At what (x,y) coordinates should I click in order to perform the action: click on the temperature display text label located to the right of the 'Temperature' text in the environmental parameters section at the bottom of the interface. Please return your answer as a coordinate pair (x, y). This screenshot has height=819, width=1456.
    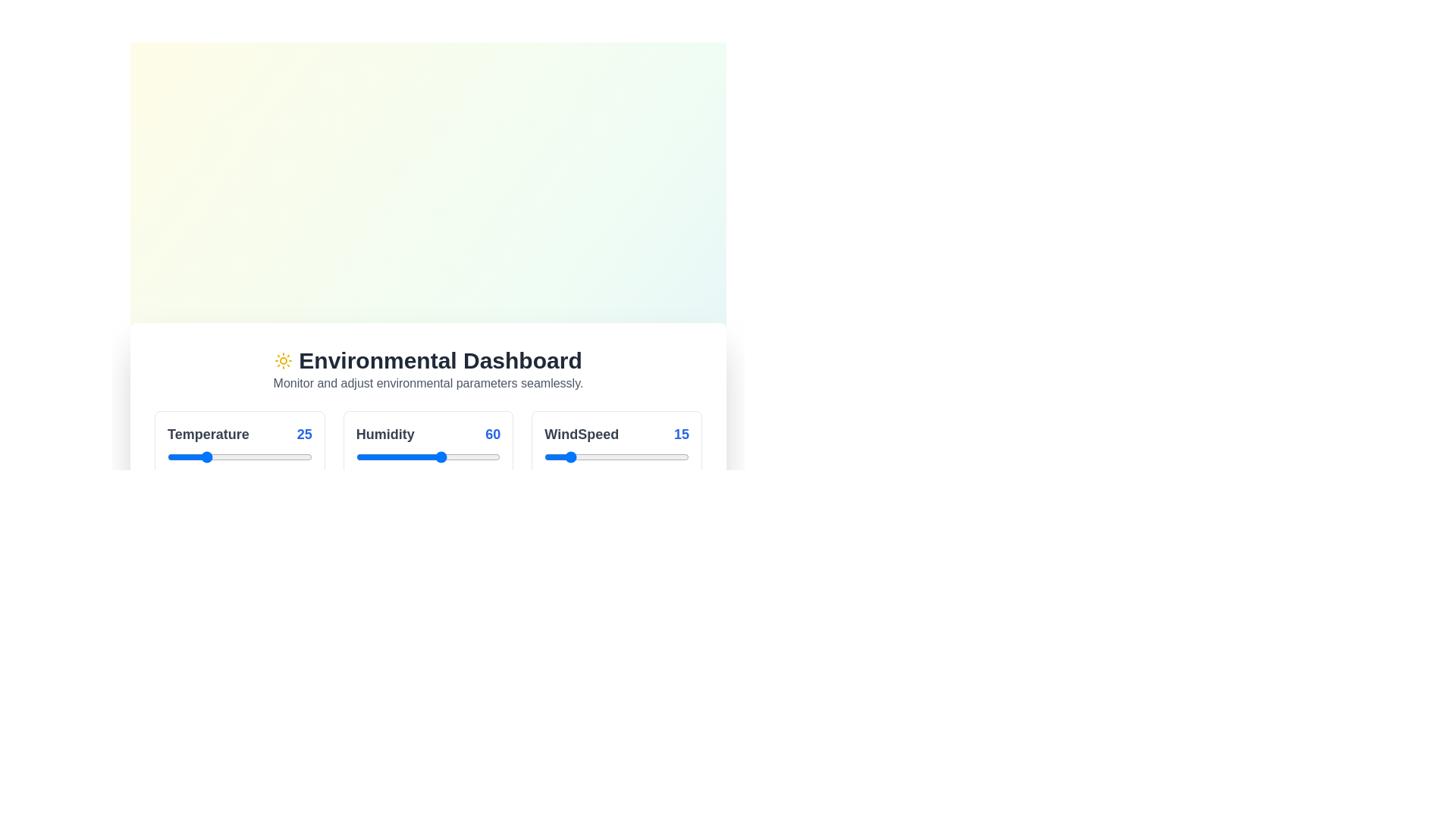
    Looking at the image, I should click on (303, 434).